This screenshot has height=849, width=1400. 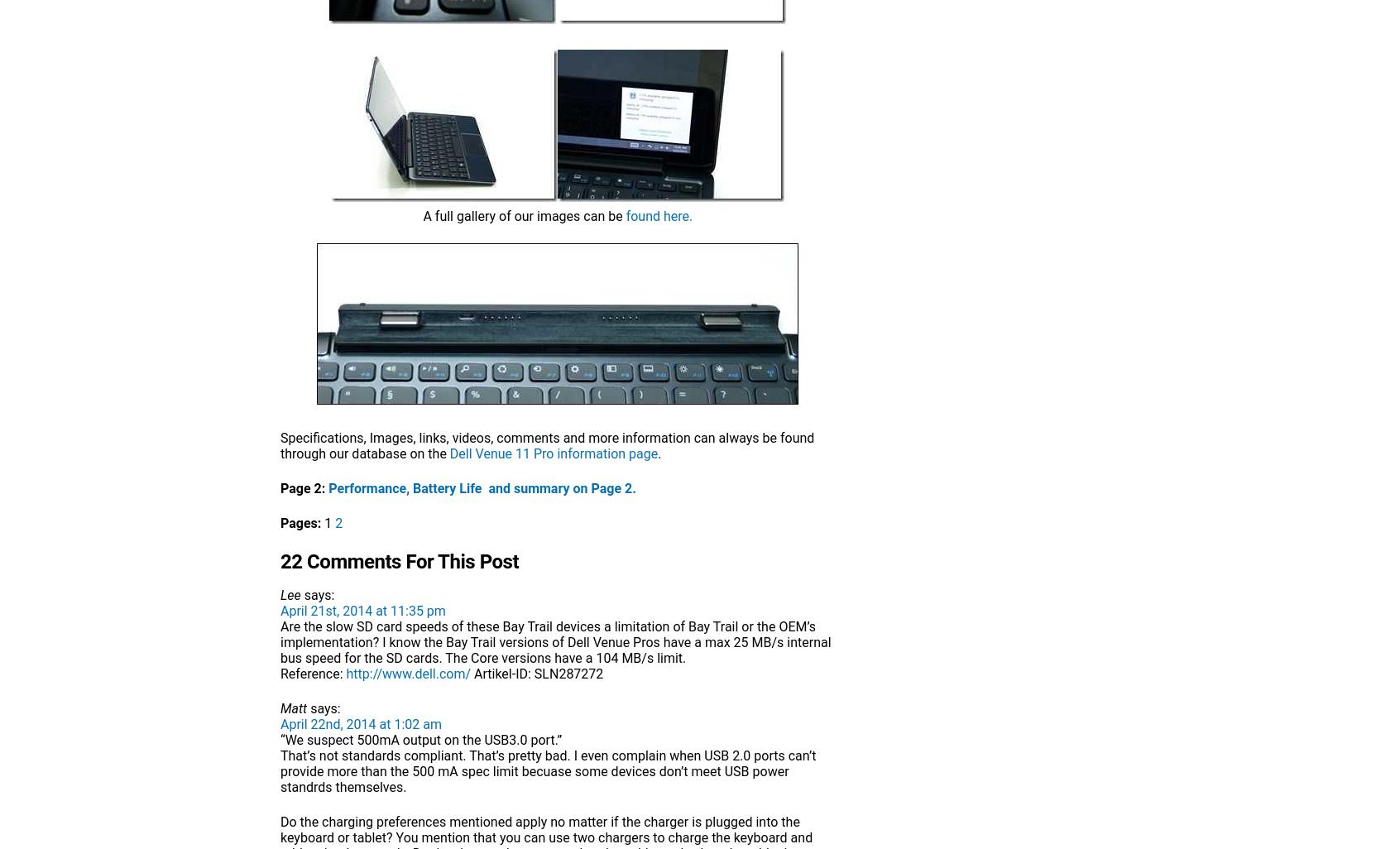 What do you see at coordinates (280, 445) in the screenshot?
I see `'Specifications, Images, links, videos, comments and more information can always be found through our database on the'` at bounding box center [280, 445].